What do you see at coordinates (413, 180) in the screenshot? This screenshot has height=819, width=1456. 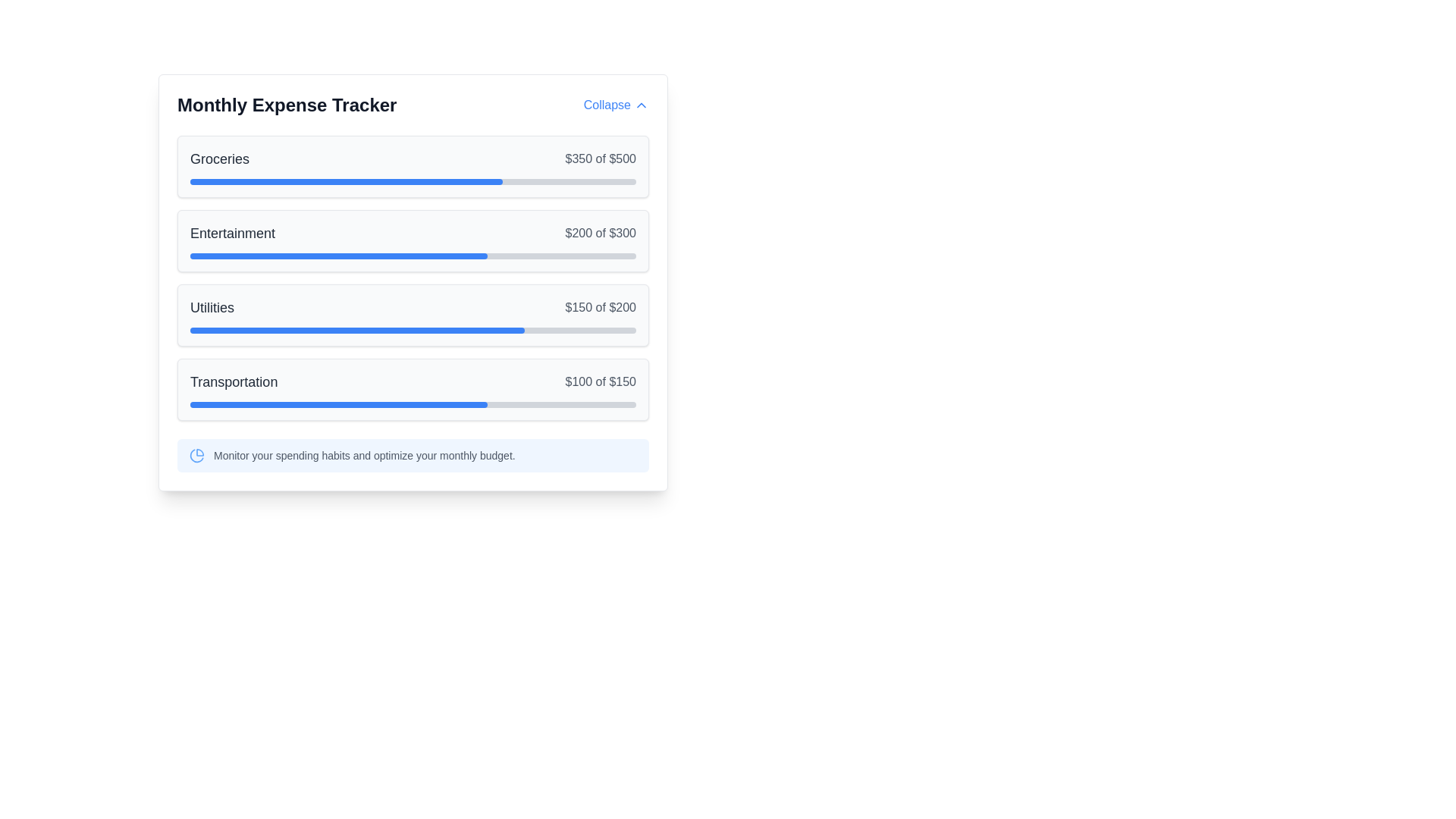 I see `the first progress bar element located in the 'Groceries' section of the card layout, which visually displays the progress of budget usage for groceries` at bounding box center [413, 180].